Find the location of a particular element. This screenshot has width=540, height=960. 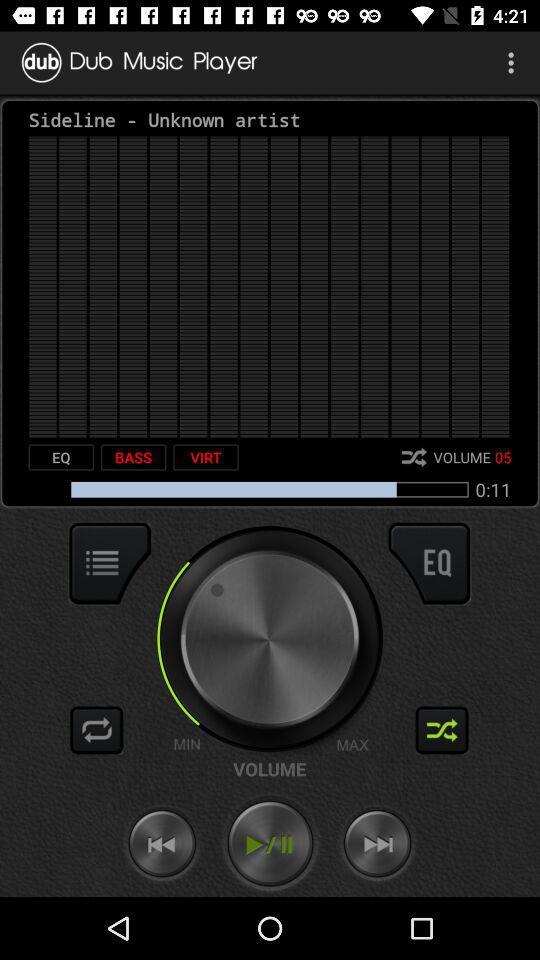

item next to the  bass is located at coordinates (61, 457).